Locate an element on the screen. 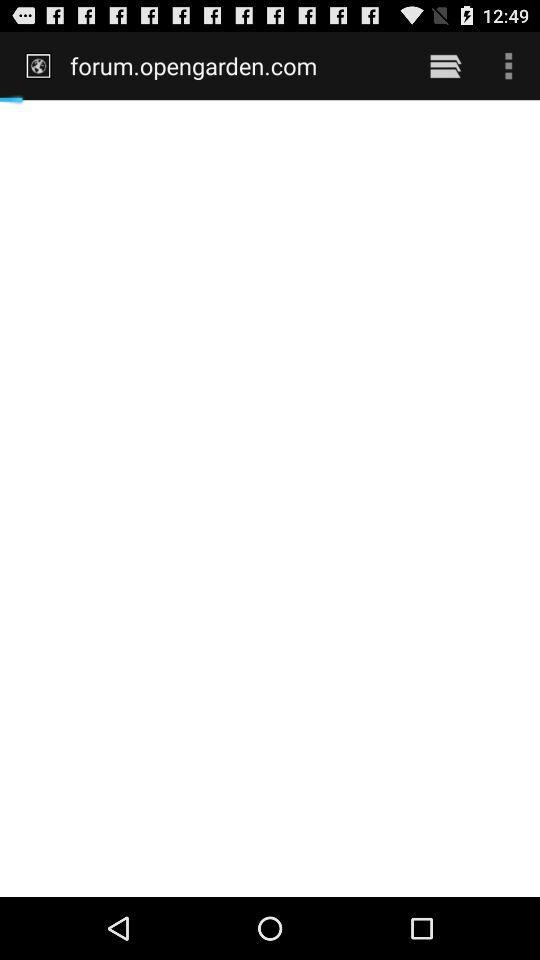  icon at the center is located at coordinates (270, 497).